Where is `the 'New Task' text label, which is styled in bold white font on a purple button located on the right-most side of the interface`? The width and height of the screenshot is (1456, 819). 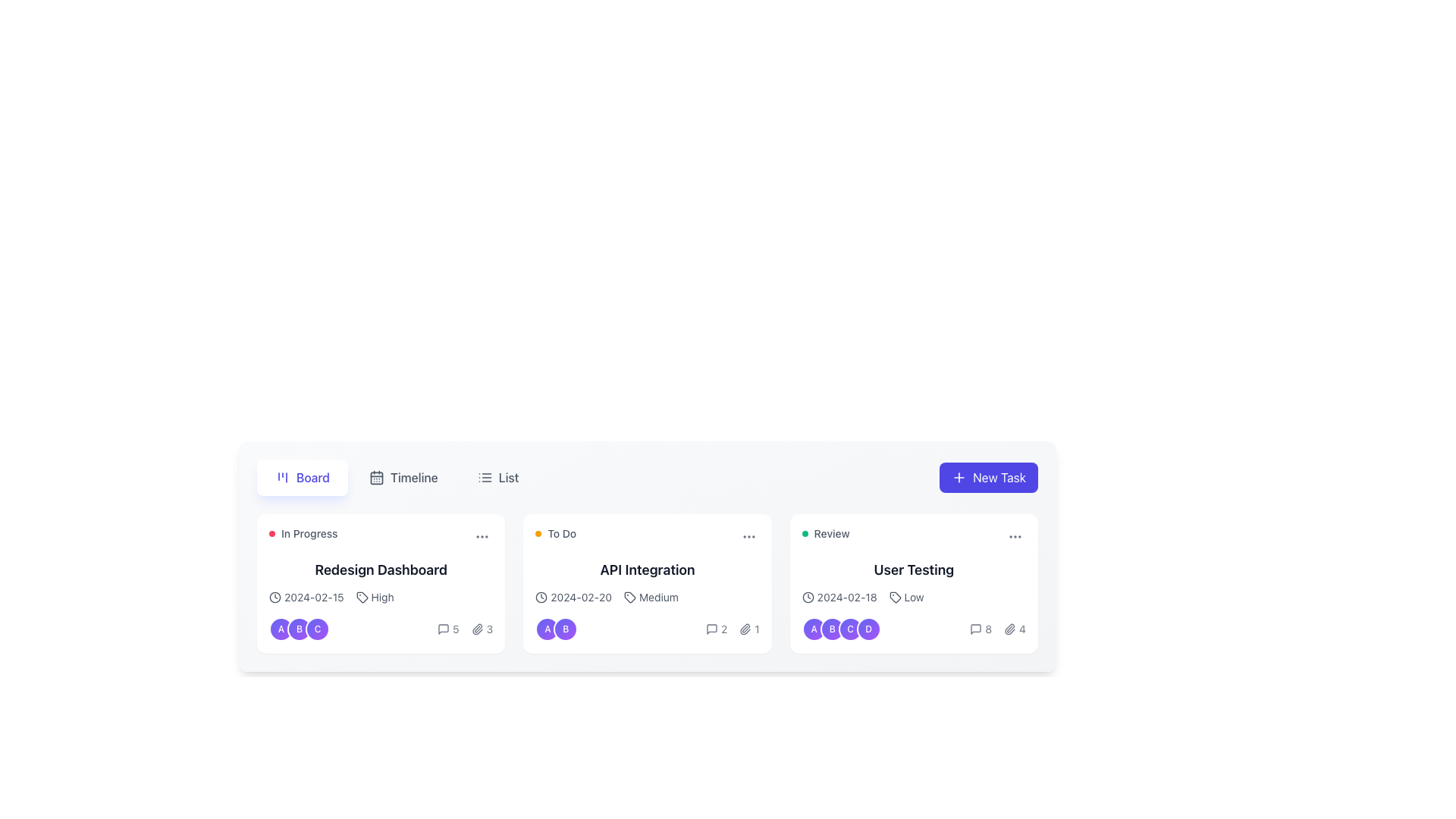
the 'New Task' text label, which is styled in bold white font on a purple button located on the right-most side of the interface is located at coordinates (999, 476).